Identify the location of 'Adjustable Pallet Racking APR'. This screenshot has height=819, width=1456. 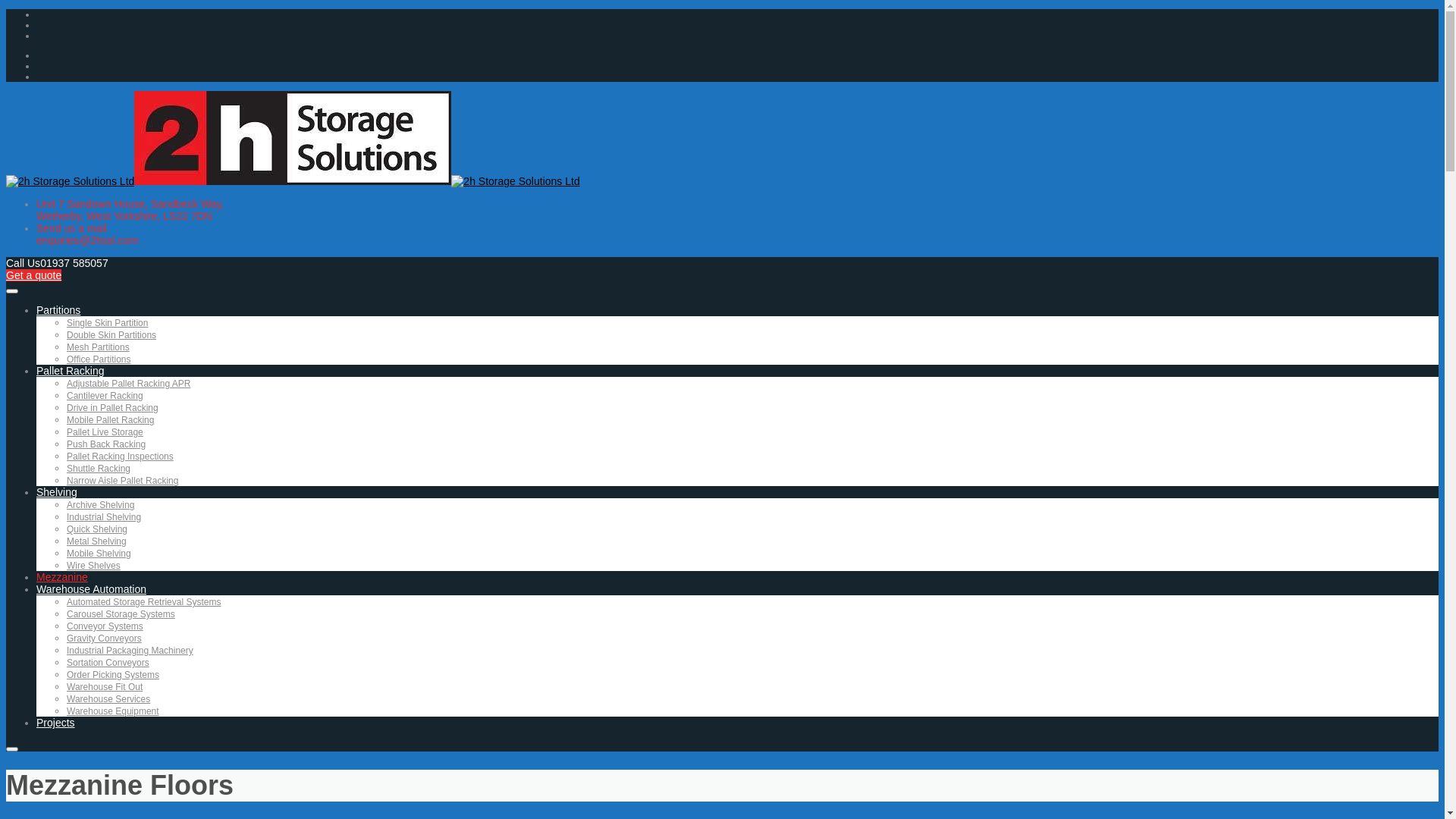
(65, 382).